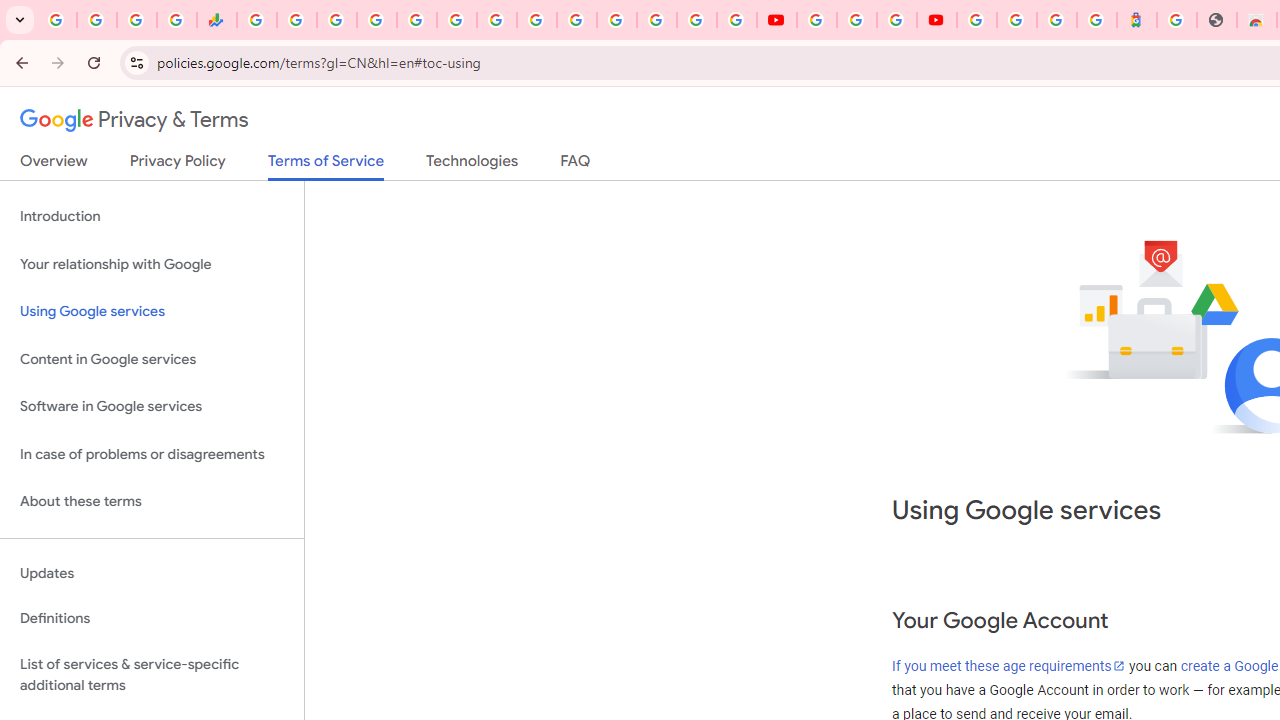 Image resolution: width=1280 pixels, height=720 pixels. Describe the element at coordinates (151, 358) in the screenshot. I see `'Content in Google services'` at that location.